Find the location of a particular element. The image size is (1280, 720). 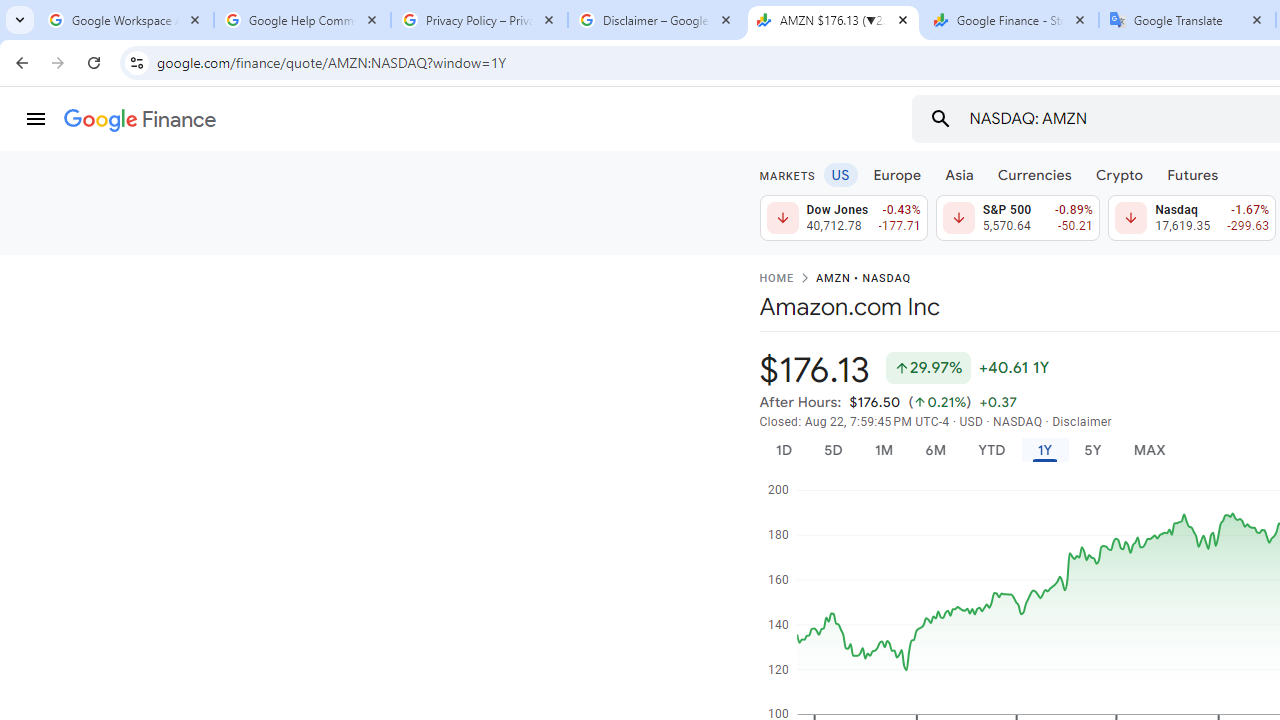

'Asia' is located at coordinates (958, 173).